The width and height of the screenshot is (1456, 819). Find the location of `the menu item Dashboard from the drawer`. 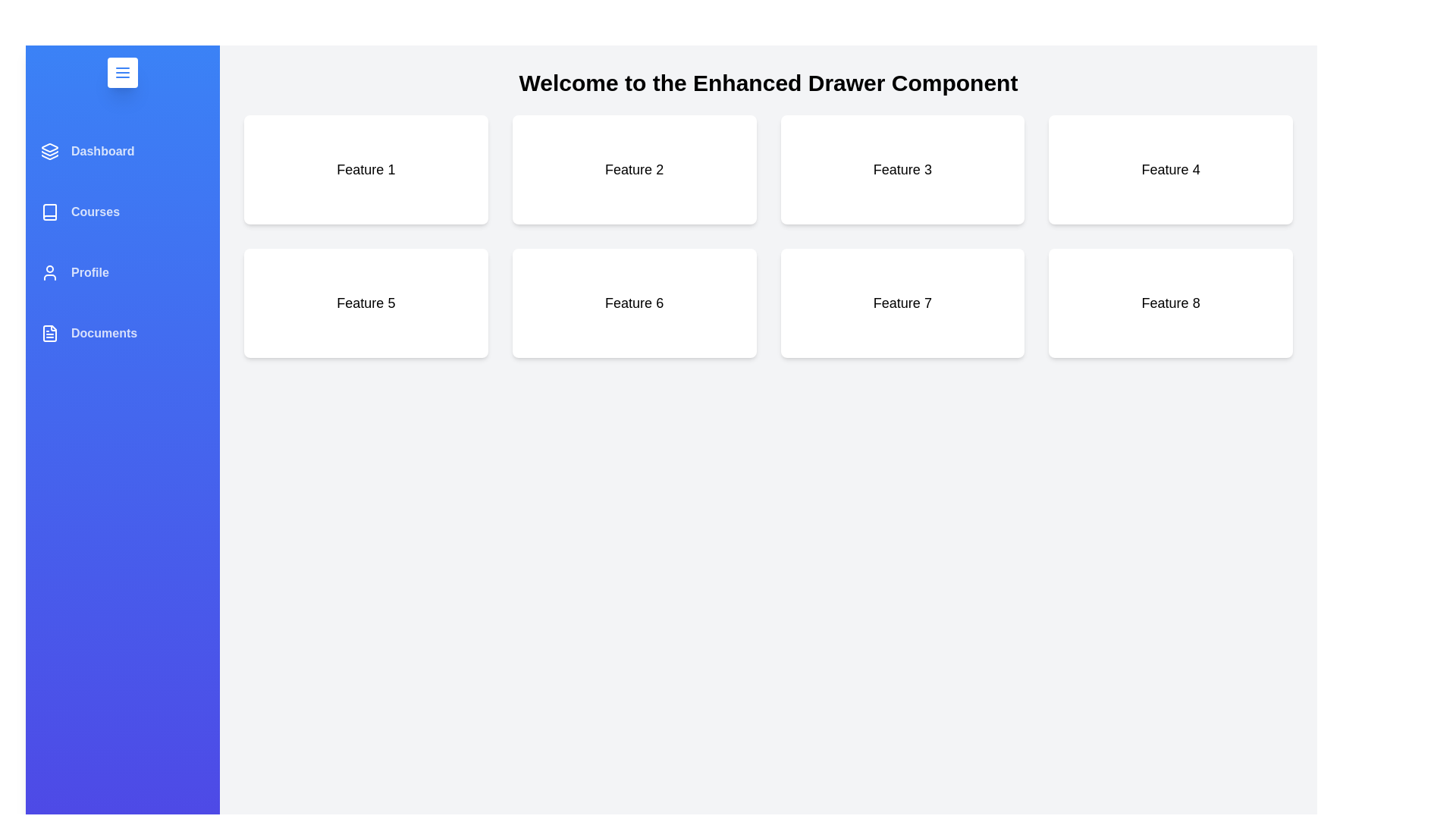

the menu item Dashboard from the drawer is located at coordinates (123, 152).